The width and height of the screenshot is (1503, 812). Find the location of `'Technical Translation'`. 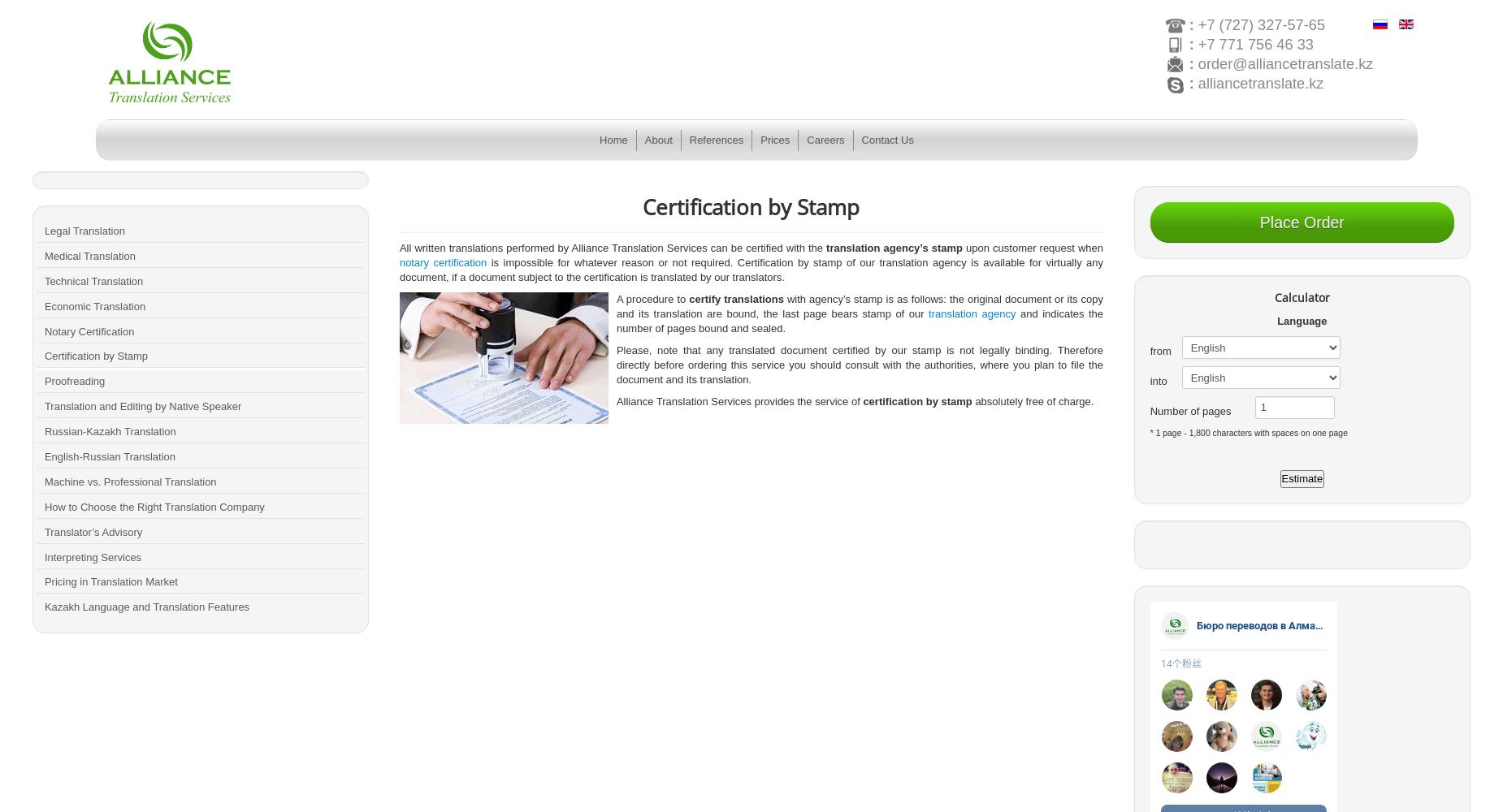

'Technical Translation' is located at coordinates (93, 279).